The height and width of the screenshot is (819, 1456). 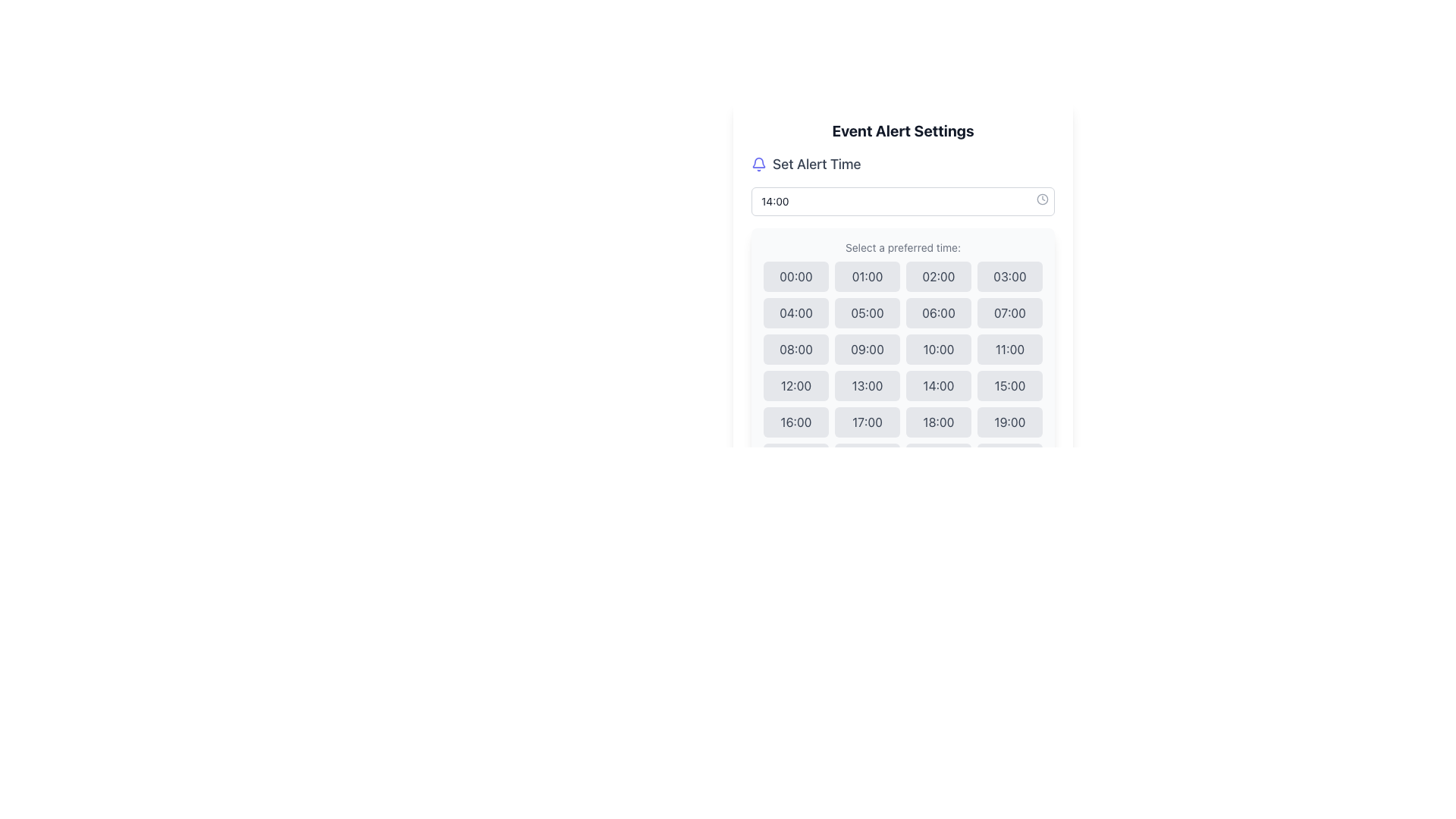 I want to click on the selectable button in the second column of the first row under the 'Select a preferred time:' section, so click(x=867, y=277).